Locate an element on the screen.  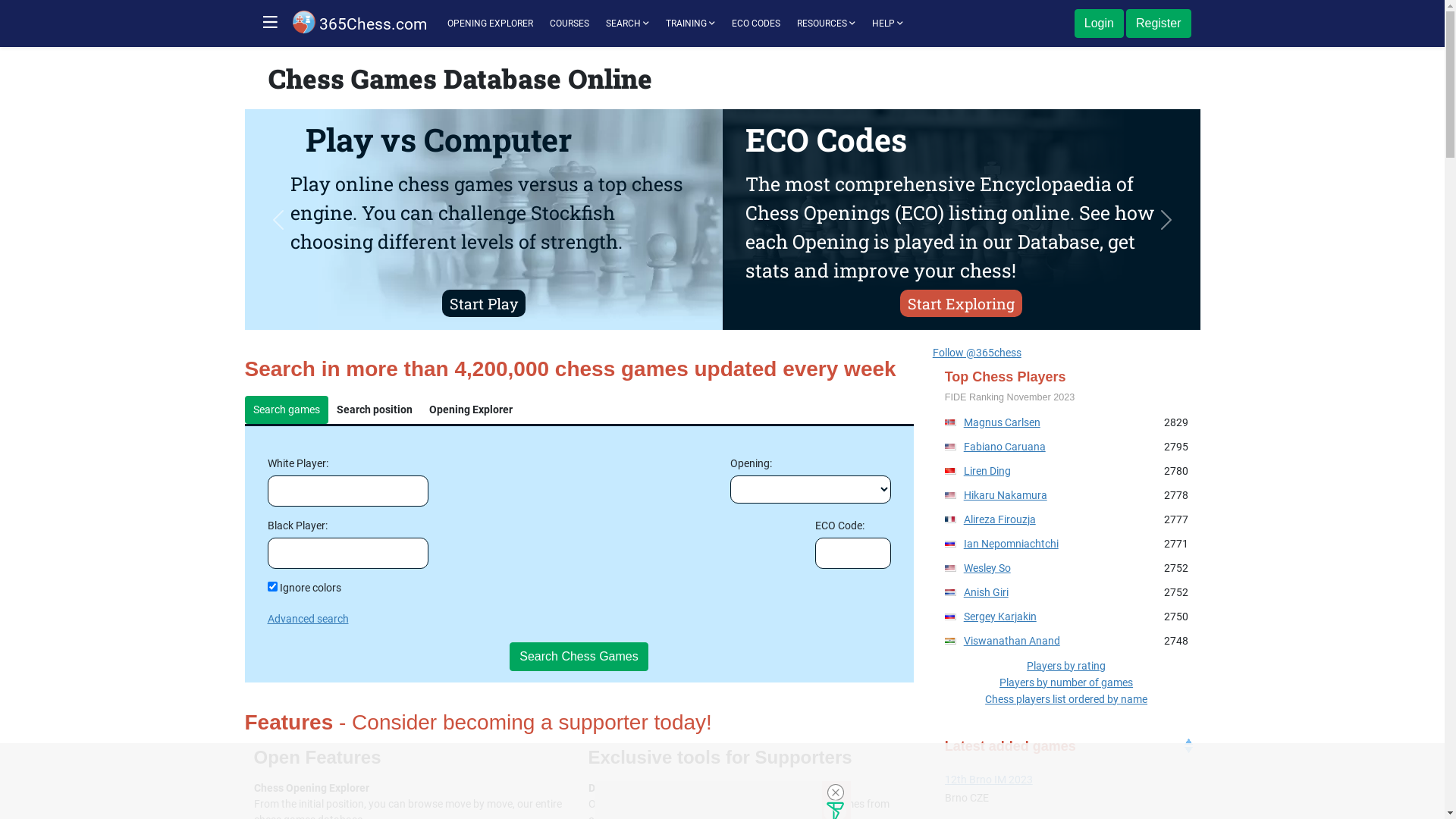
'SEARCH' is located at coordinates (598, 23).